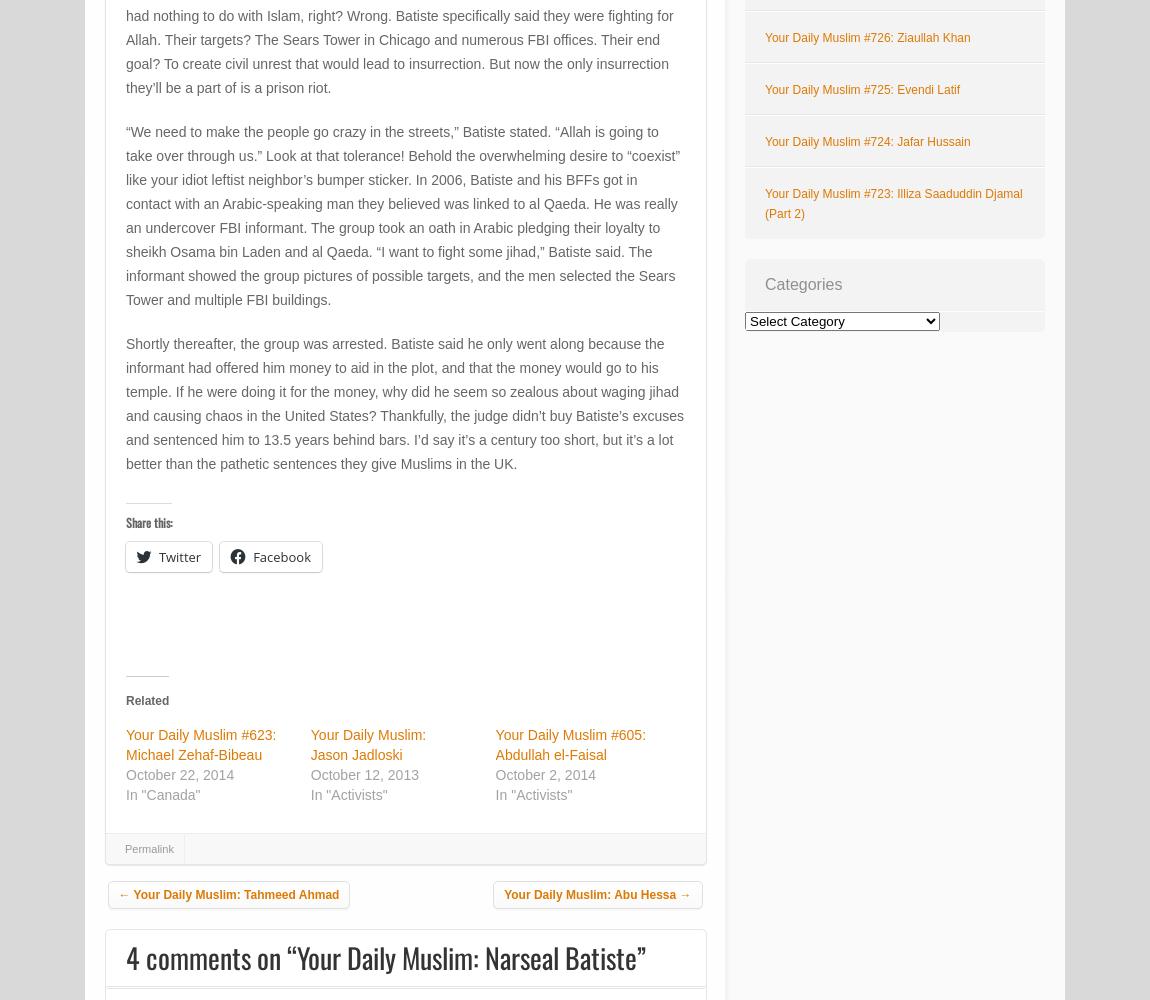 The width and height of the screenshot is (1150, 1000). What do you see at coordinates (467, 956) in the screenshot?
I see `'Your Daily Muslim: Narseal Batiste'` at bounding box center [467, 956].